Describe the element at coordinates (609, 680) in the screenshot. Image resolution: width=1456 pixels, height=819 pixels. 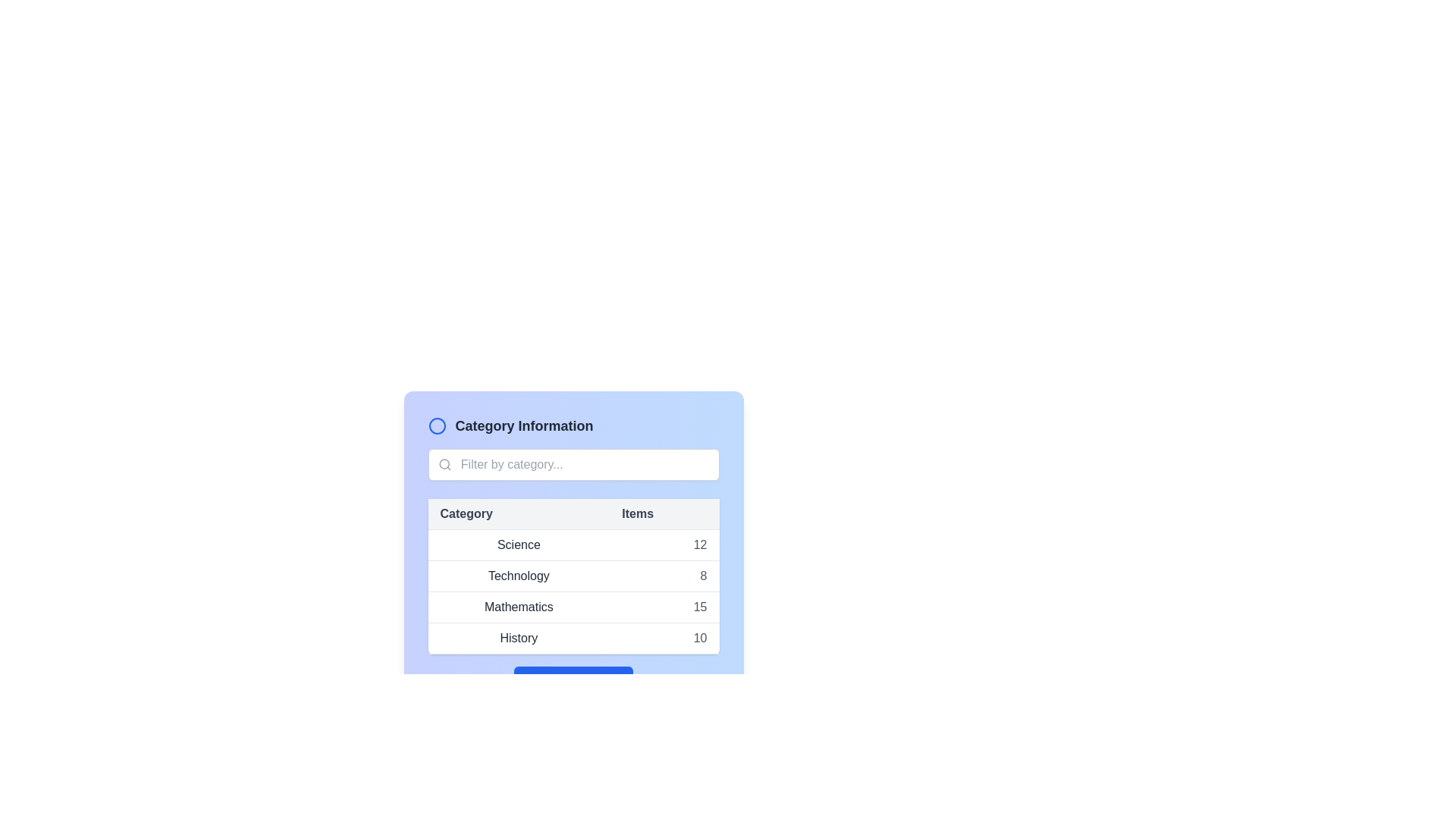
I see `the circular SVG element with a hollow center, which is part of an icon located at the bottom-right corner of the interface` at that location.